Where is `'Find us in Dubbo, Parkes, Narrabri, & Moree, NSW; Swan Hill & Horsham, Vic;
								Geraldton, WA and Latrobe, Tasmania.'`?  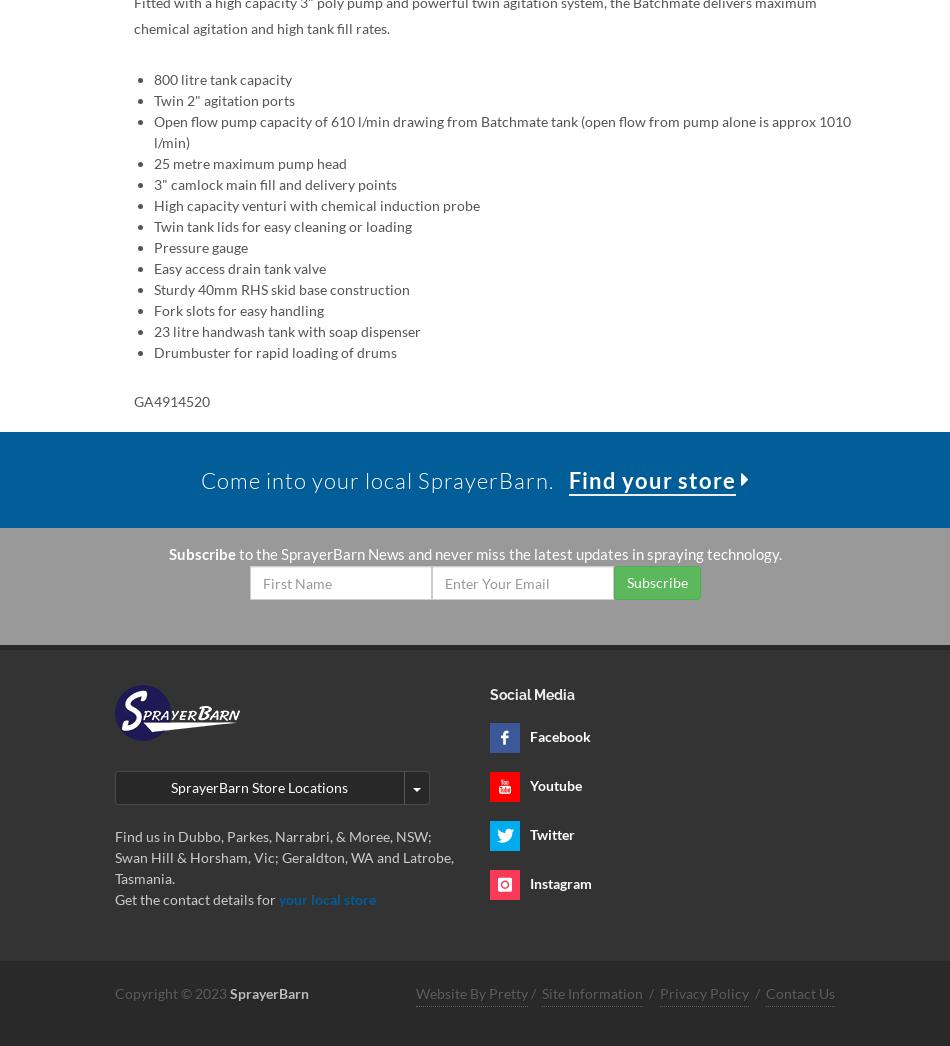 'Find us in Dubbo, Parkes, Narrabri, & Moree, NSW; Swan Hill & Horsham, Vic;
								Geraldton, WA and Latrobe, Tasmania.' is located at coordinates (283, 856).